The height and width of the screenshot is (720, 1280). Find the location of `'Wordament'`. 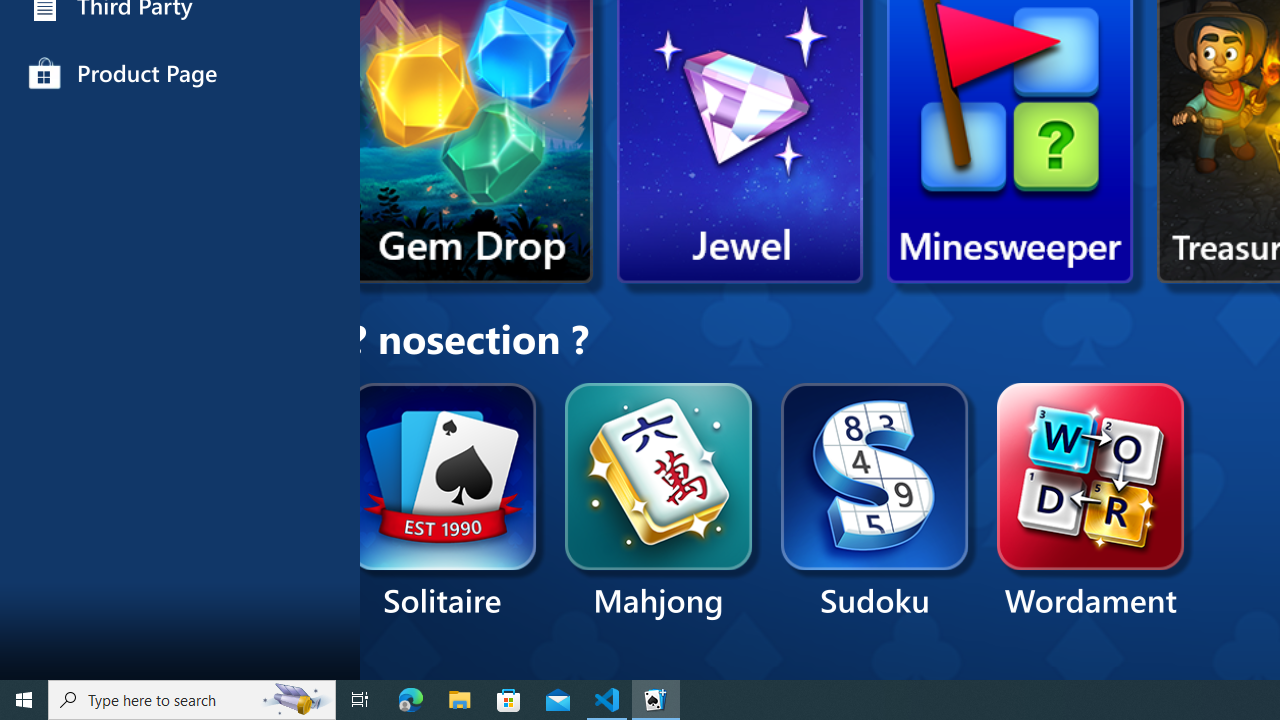

'Wordament' is located at coordinates (1089, 501).